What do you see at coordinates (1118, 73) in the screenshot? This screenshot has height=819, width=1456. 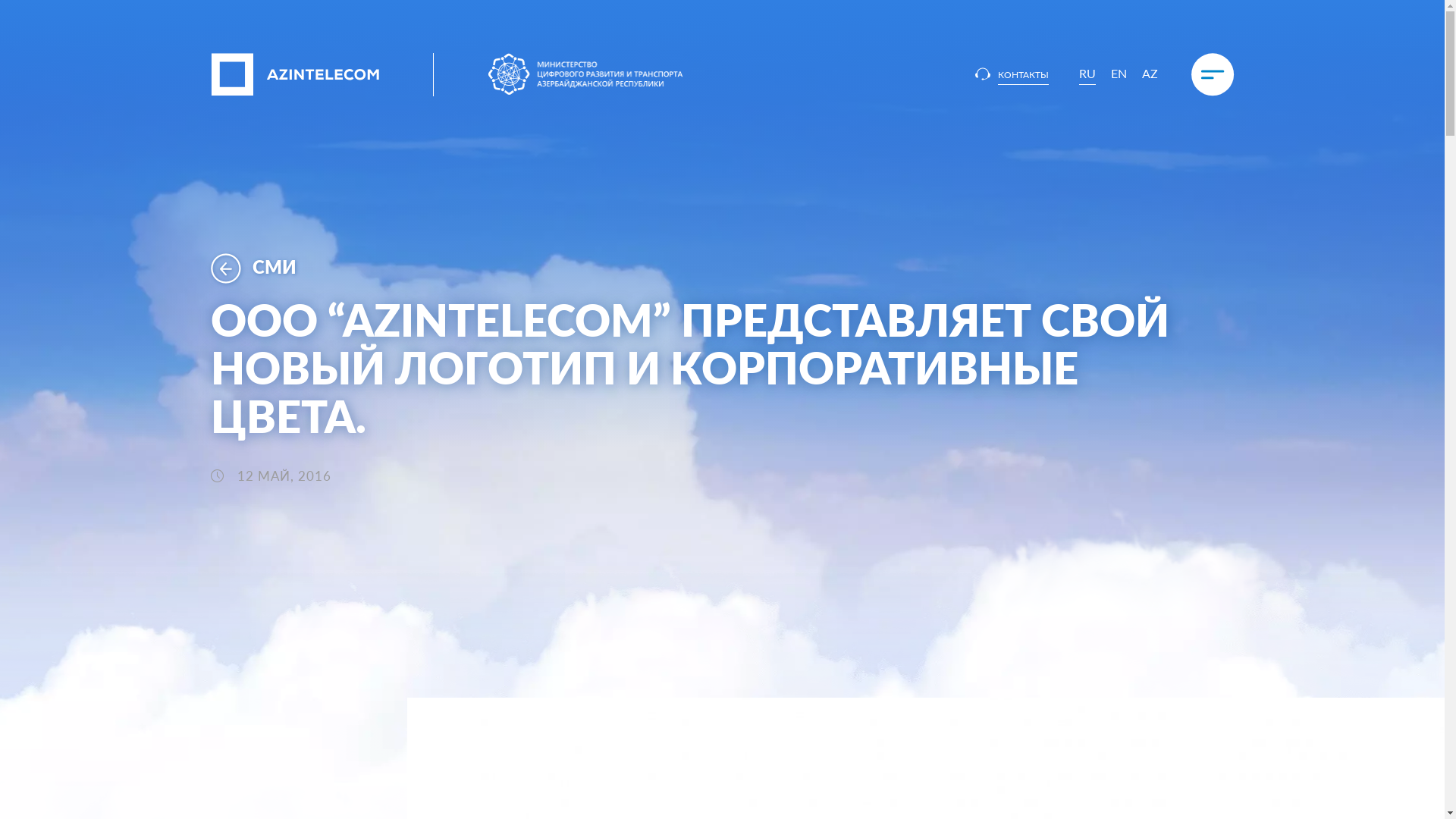 I see `'EN'` at bounding box center [1118, 73].